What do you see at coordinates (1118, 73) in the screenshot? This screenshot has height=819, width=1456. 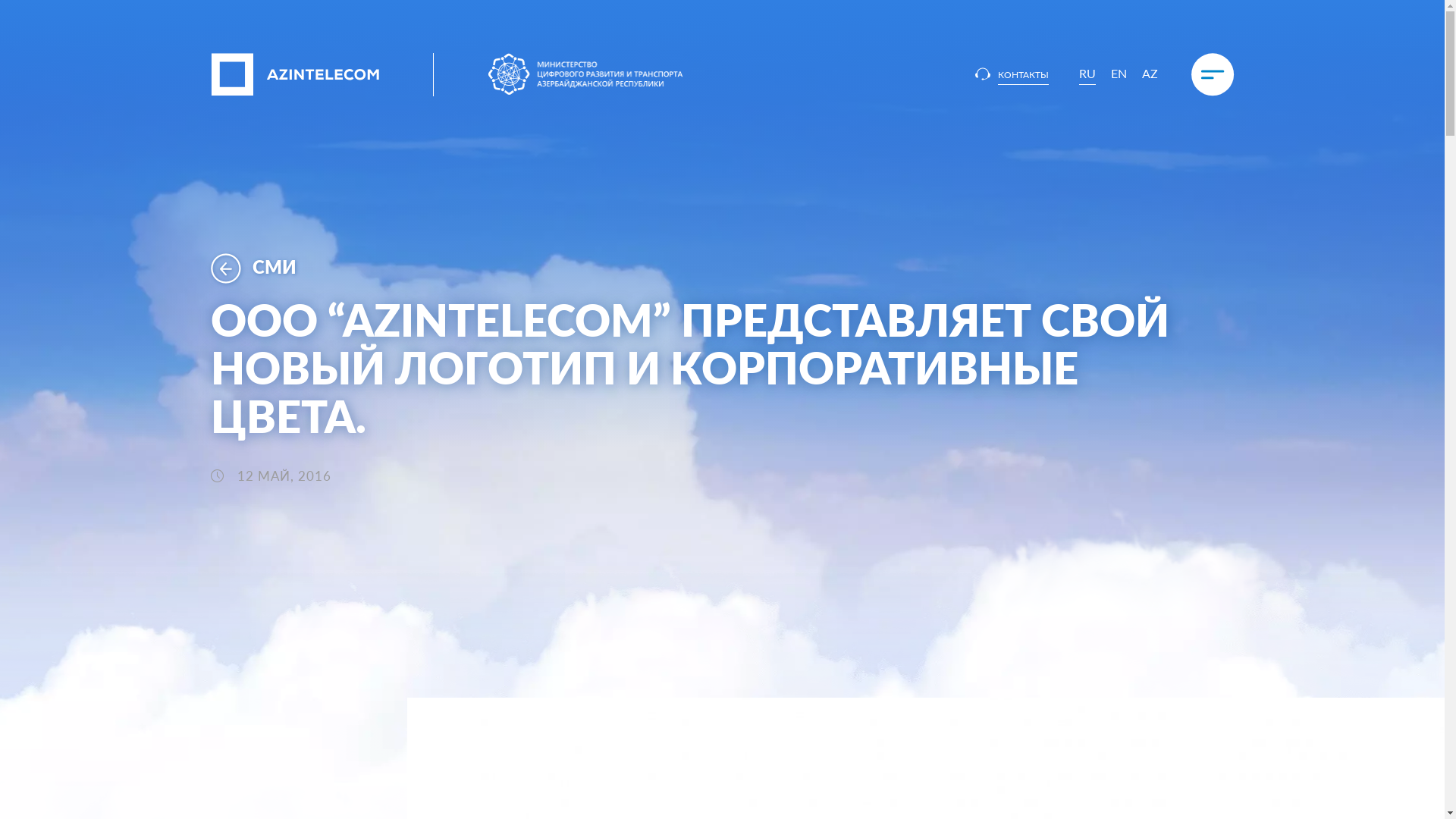 I see `'EN'` at bounding box center [1118, 73].